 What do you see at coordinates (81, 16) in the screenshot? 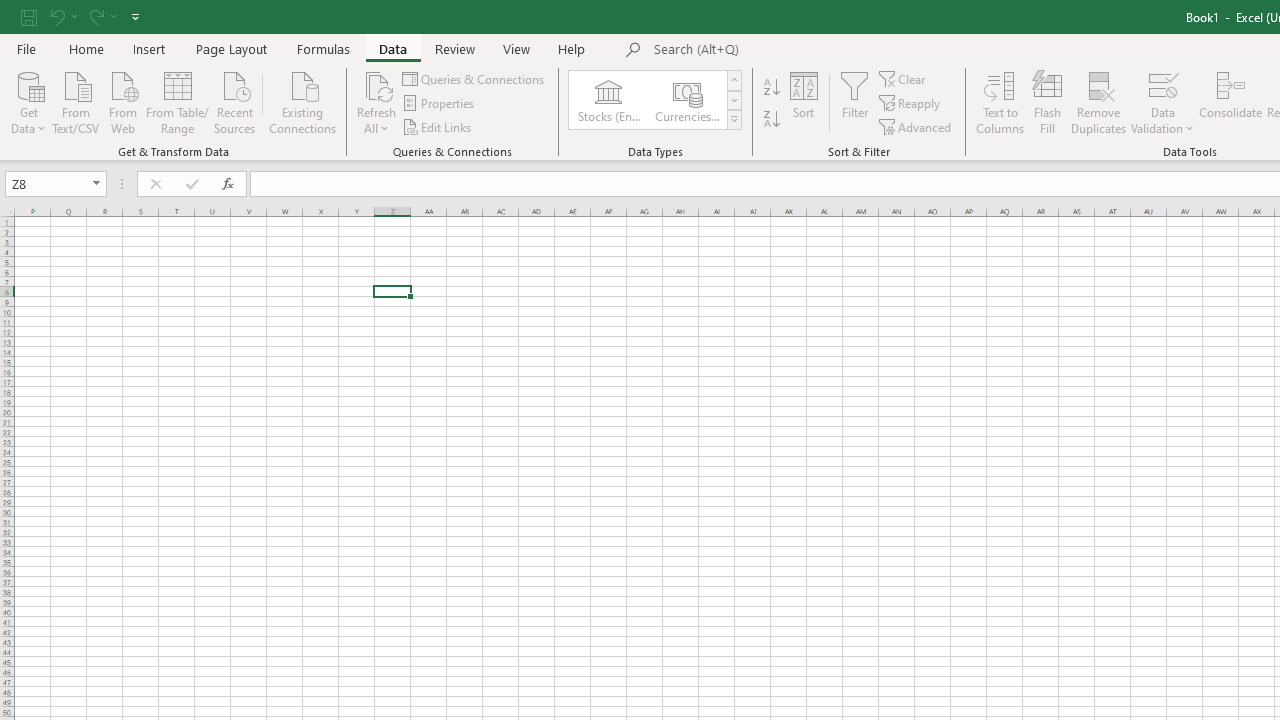
I see `'Quick Access Toolbar'` at bounding box center [81, 16].